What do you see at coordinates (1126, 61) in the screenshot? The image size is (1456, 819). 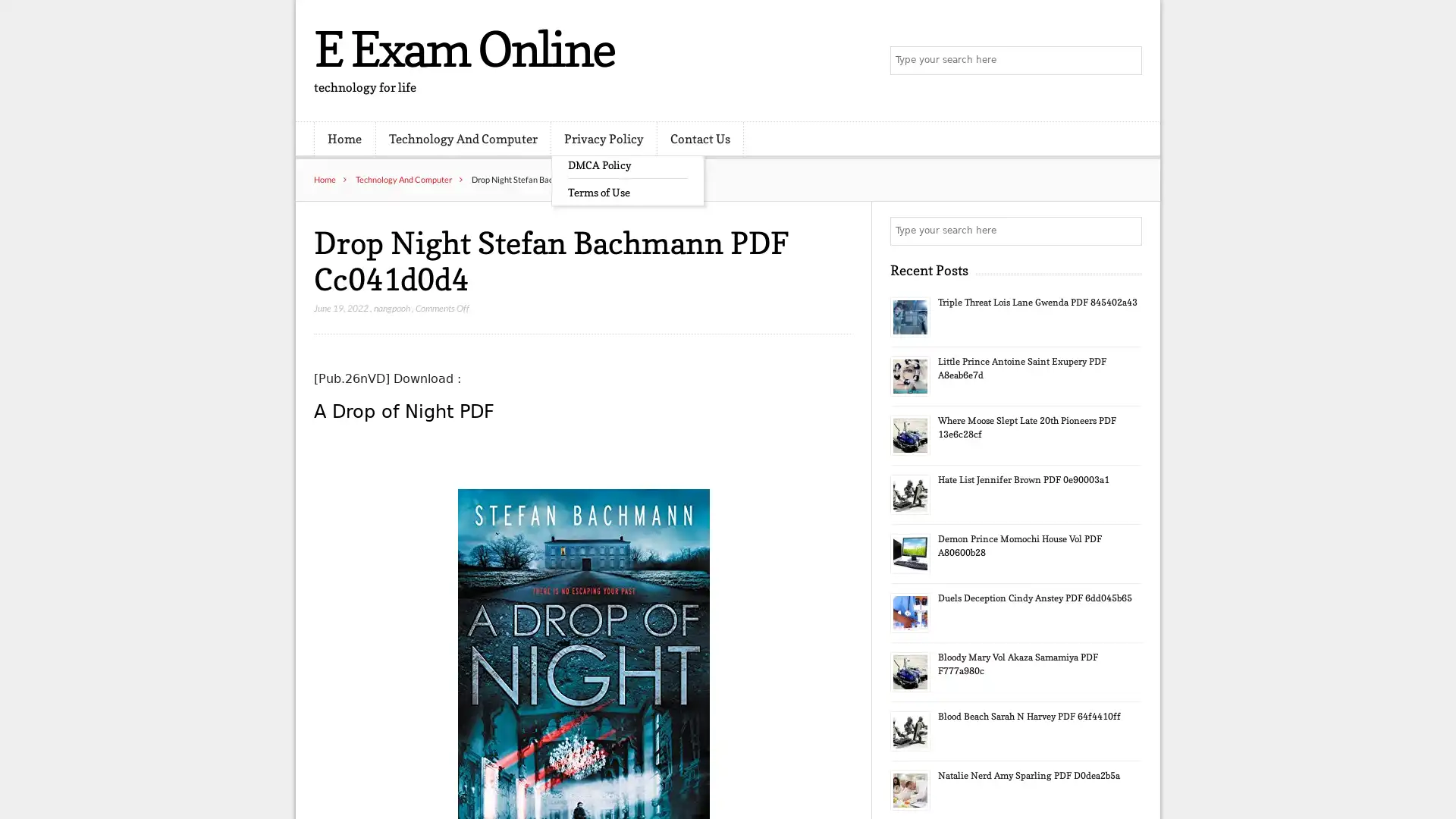 I see `Search` at bounding box center [1126, 61].